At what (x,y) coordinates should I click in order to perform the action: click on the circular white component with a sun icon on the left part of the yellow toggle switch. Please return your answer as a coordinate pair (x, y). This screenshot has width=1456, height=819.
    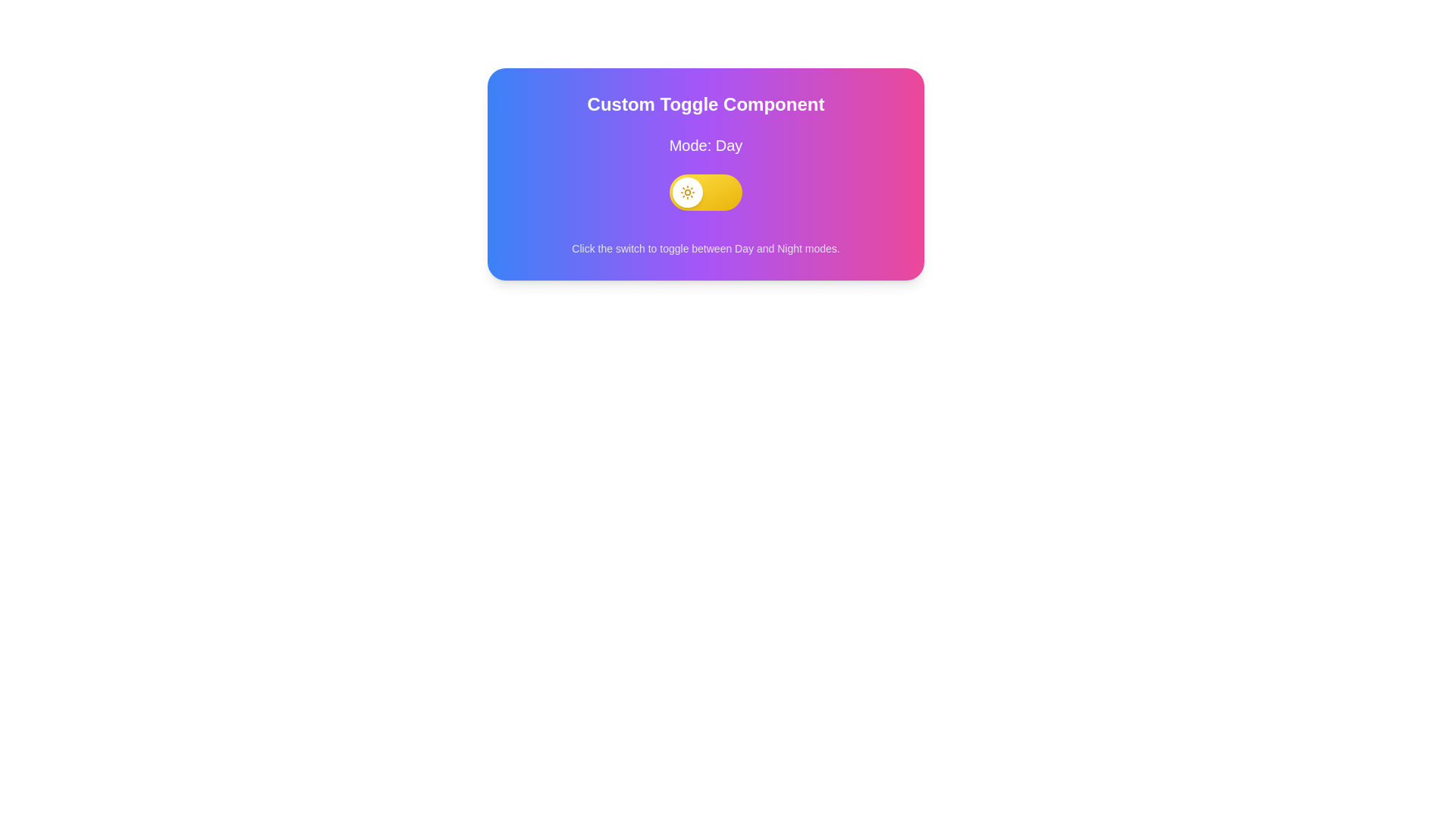
    Looking at the image, I should click on (687, 192).